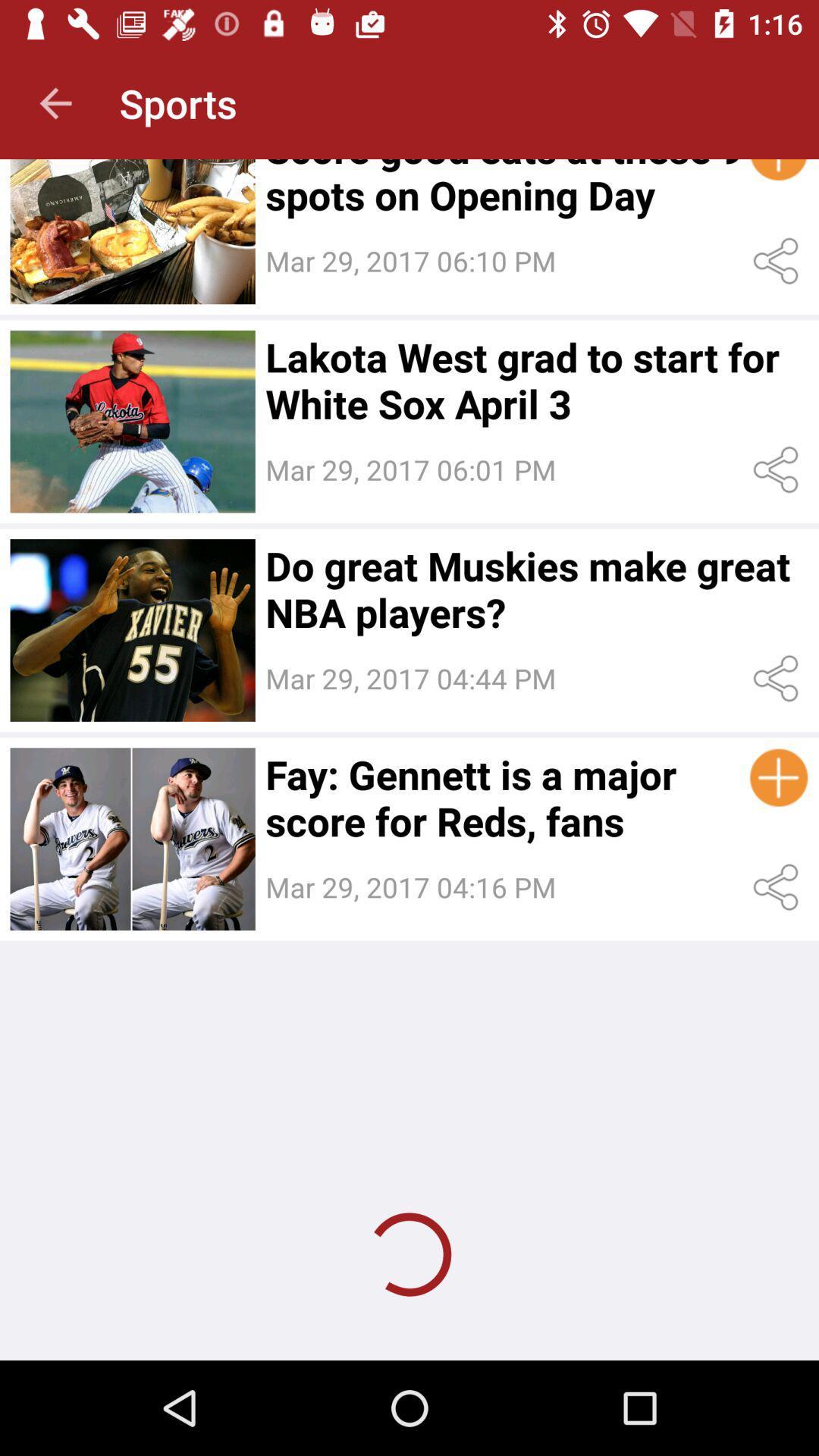 This screenshot has height=1456, width=819. What do you see at coordinates (779, 261) in the screenshot?
I see `share the article` at bounding box center [779, 261].